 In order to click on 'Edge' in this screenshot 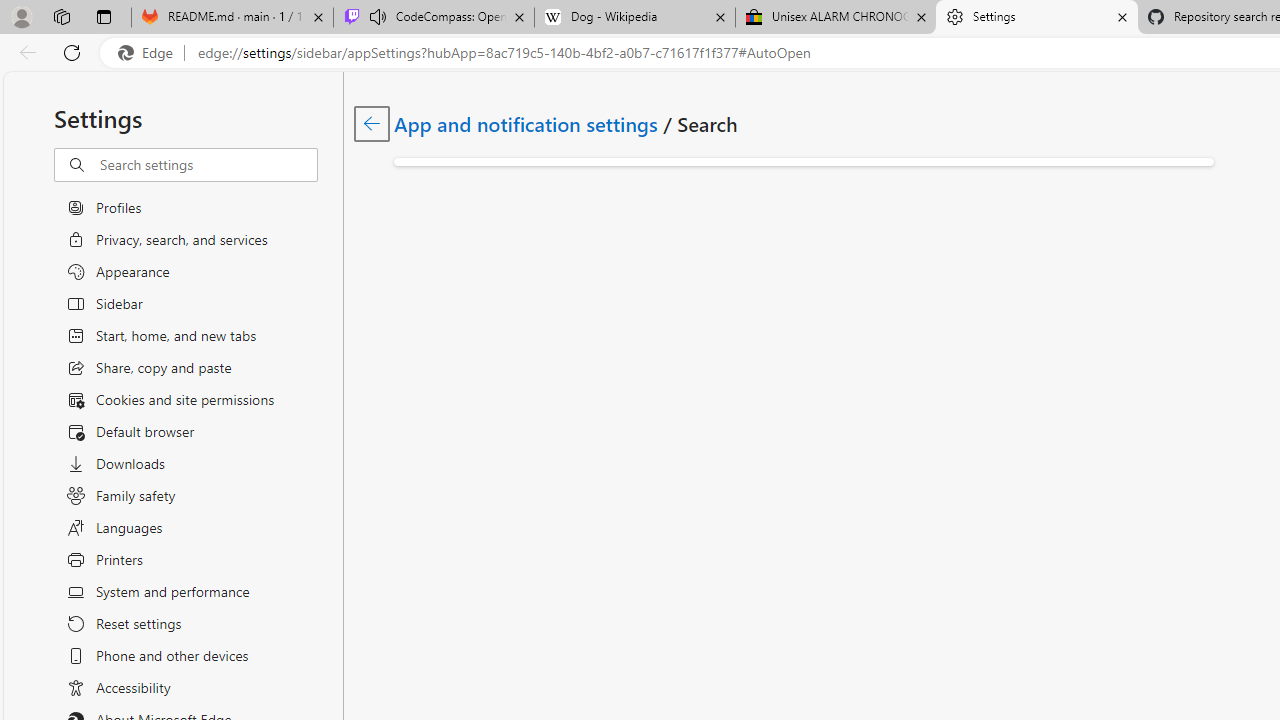, I will do `click(149, 52)`.